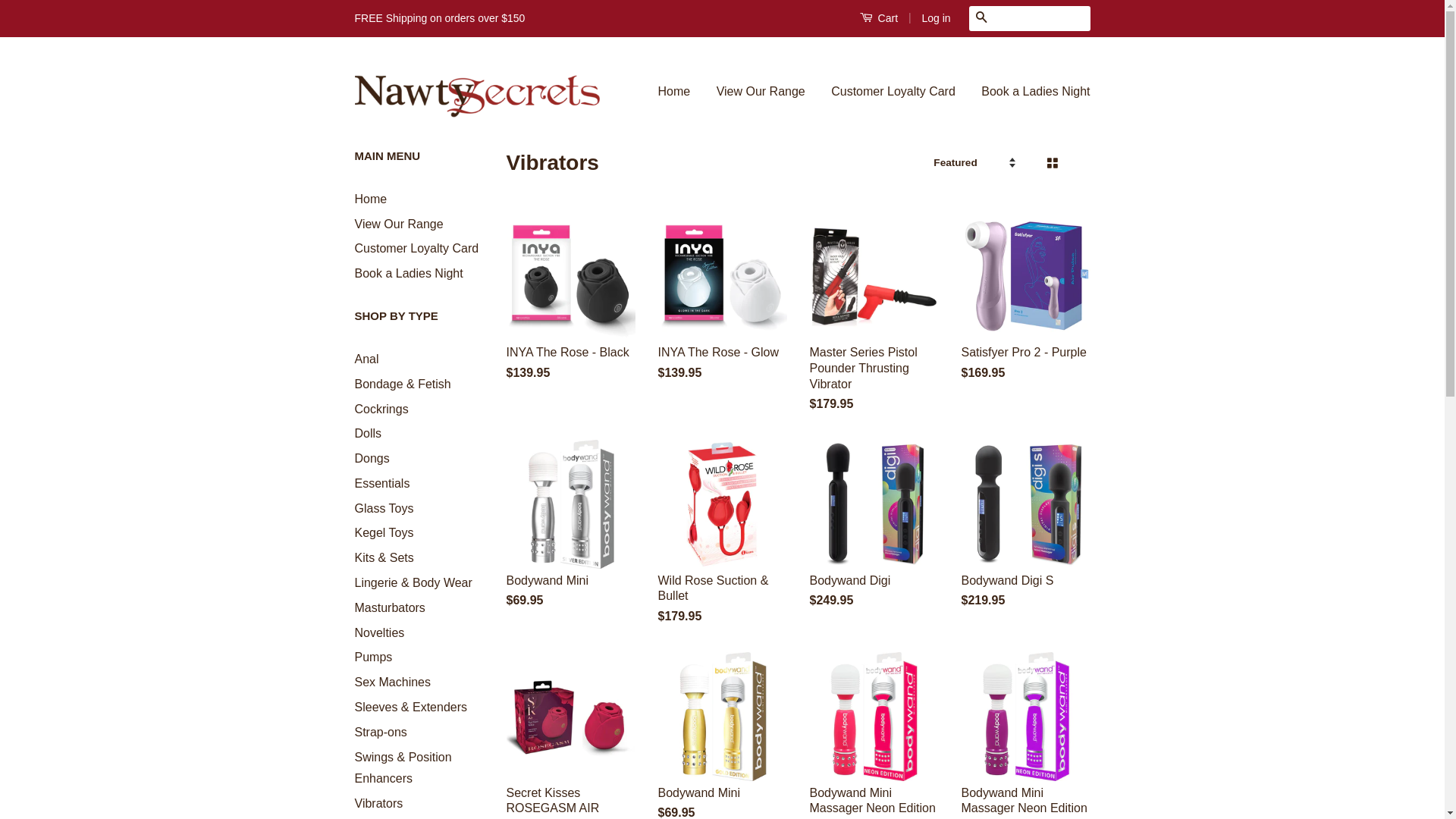 The width and height of the screenshot is (1456, 819). What do you see at coordinates (378, 802) in the screenshot?
I see `'Vibrators'` at bounding box center [378, 802].